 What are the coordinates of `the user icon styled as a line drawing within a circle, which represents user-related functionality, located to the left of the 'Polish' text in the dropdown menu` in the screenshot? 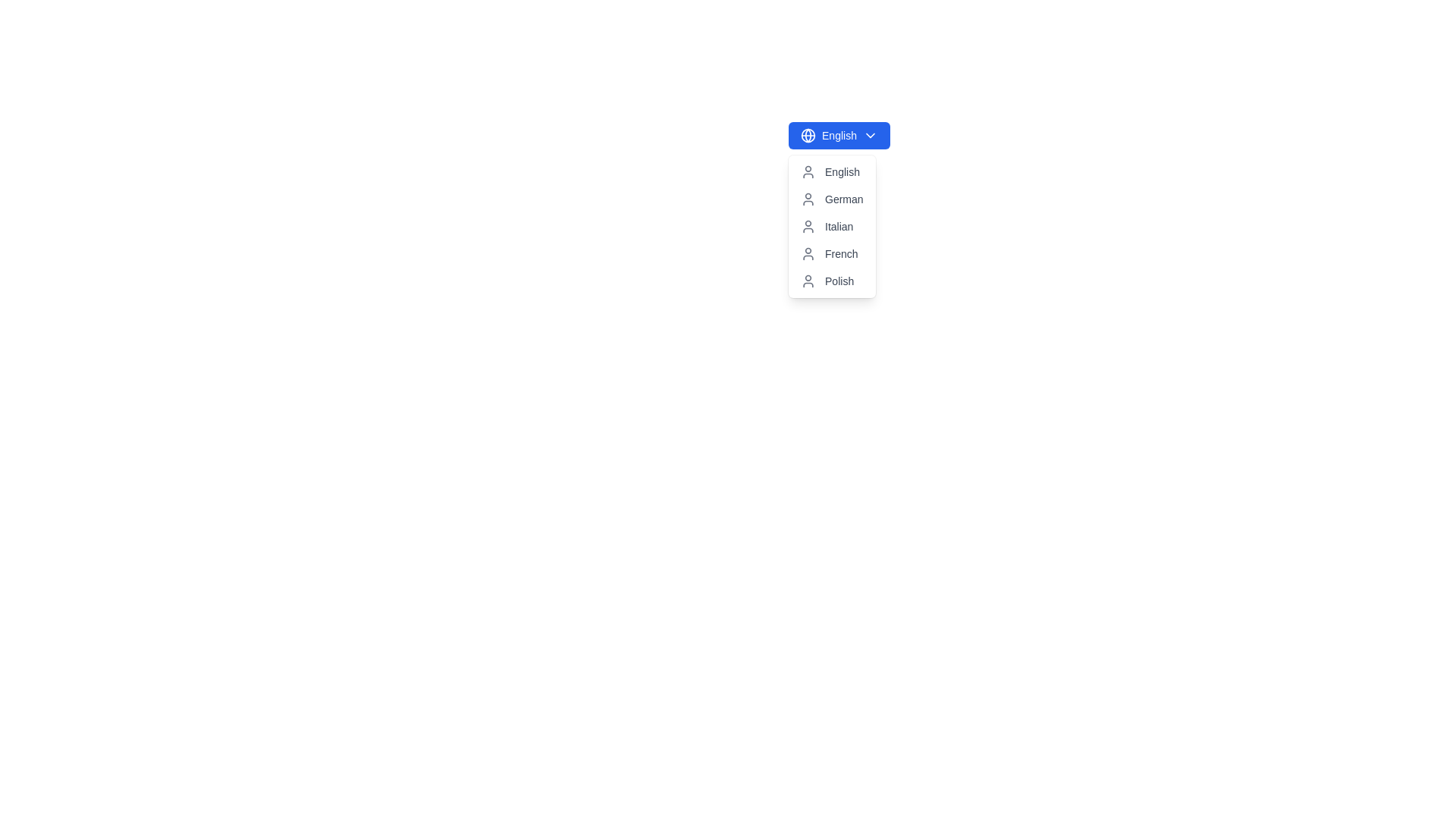 It's located at (807, 281).